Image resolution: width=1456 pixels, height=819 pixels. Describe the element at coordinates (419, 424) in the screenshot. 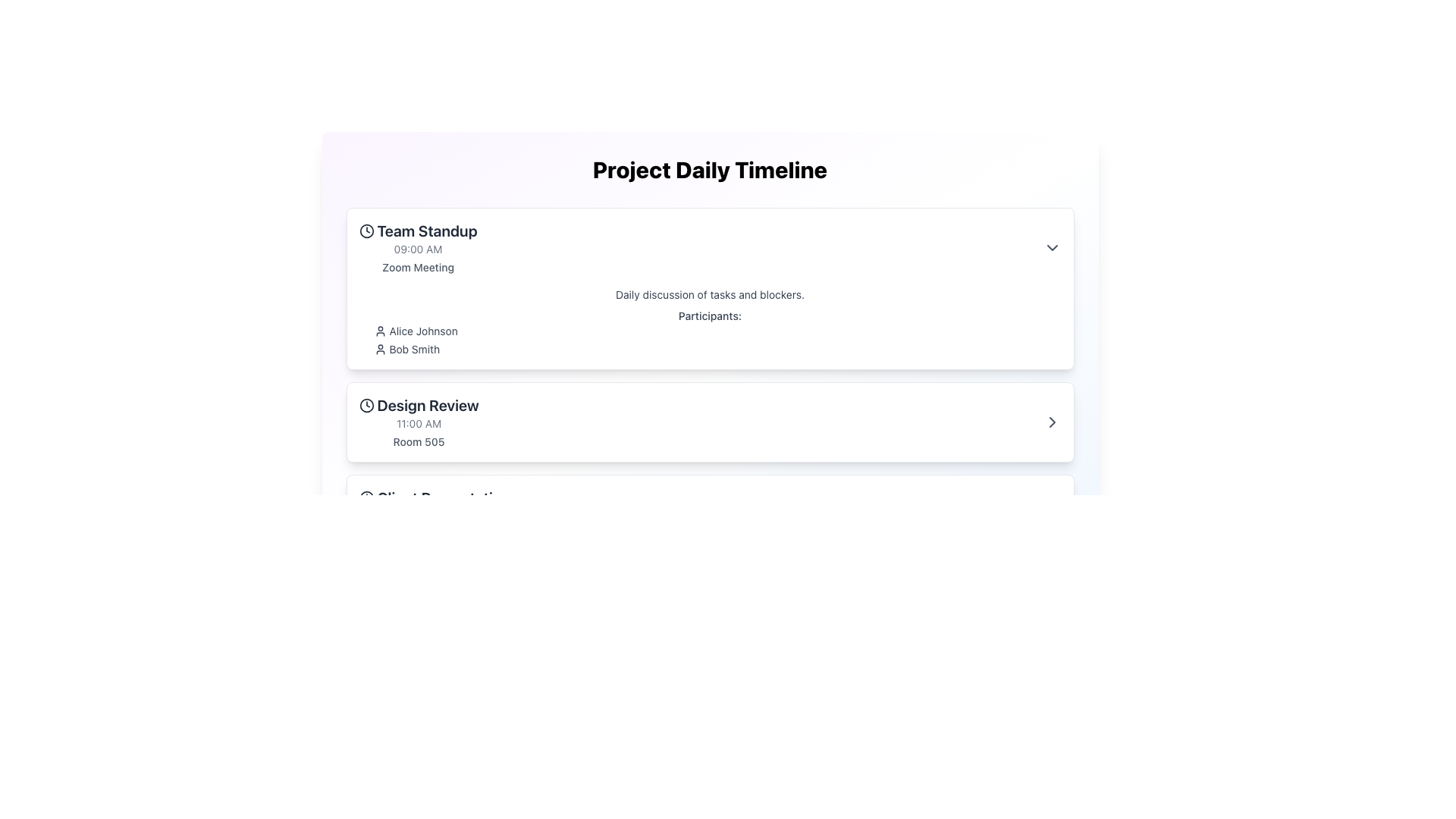

I see `the Text Label that specifies the time for the 'Design Review' meeting, which is positioned below the 'Design Review' text and above the 'Room 505' text` at that location.